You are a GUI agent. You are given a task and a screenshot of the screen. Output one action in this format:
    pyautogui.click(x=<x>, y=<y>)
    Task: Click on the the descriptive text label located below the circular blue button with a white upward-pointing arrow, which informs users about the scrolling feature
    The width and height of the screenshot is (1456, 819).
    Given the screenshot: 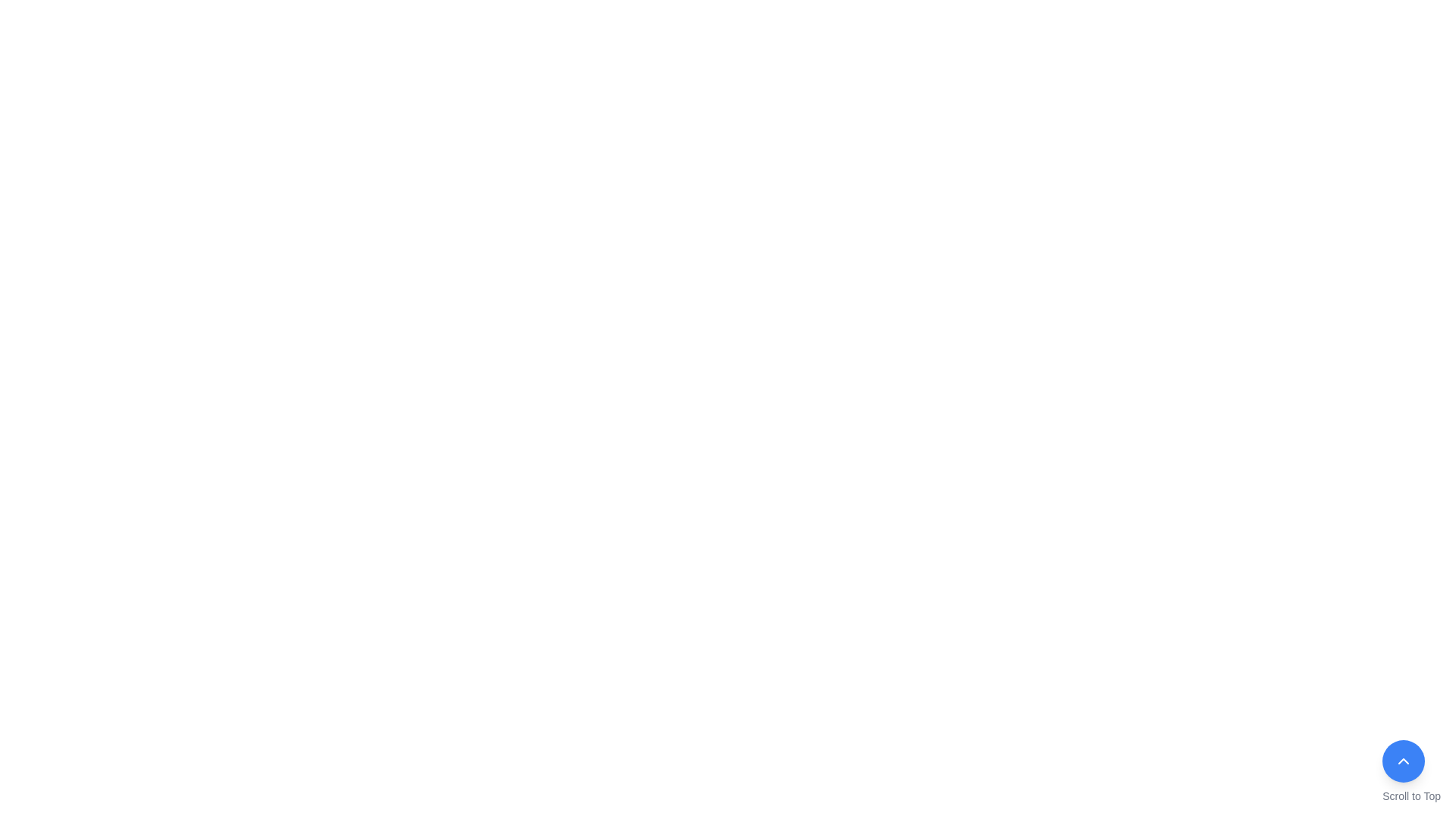 What is the action you would take?
    pyautogui.click(x=1410, y=795)
    